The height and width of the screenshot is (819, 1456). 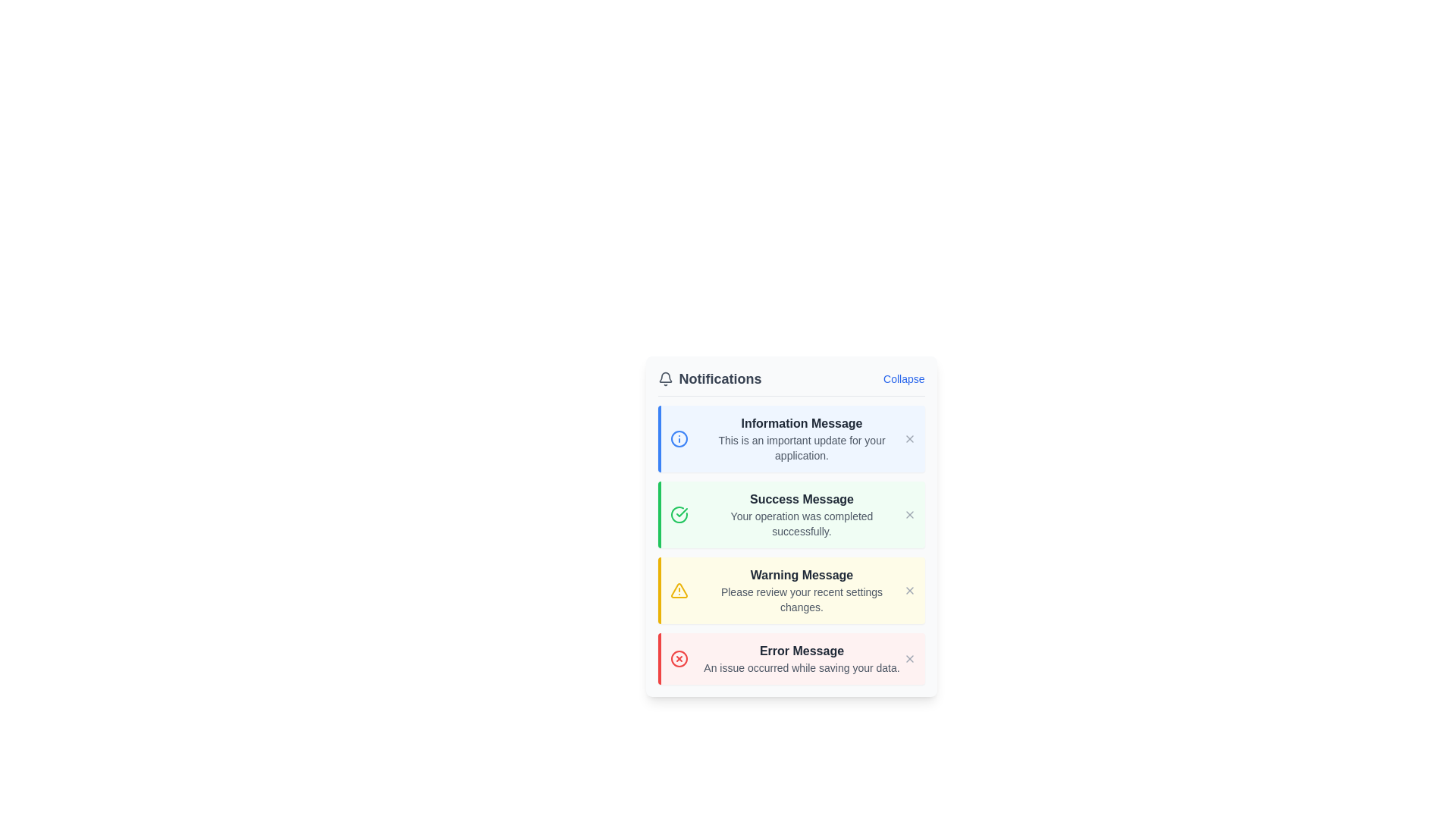 I want to click on the visual presence of the Notifications icon, which is located adjacent to the 'Notifications' text on the left side, so click(x=665, y=378).